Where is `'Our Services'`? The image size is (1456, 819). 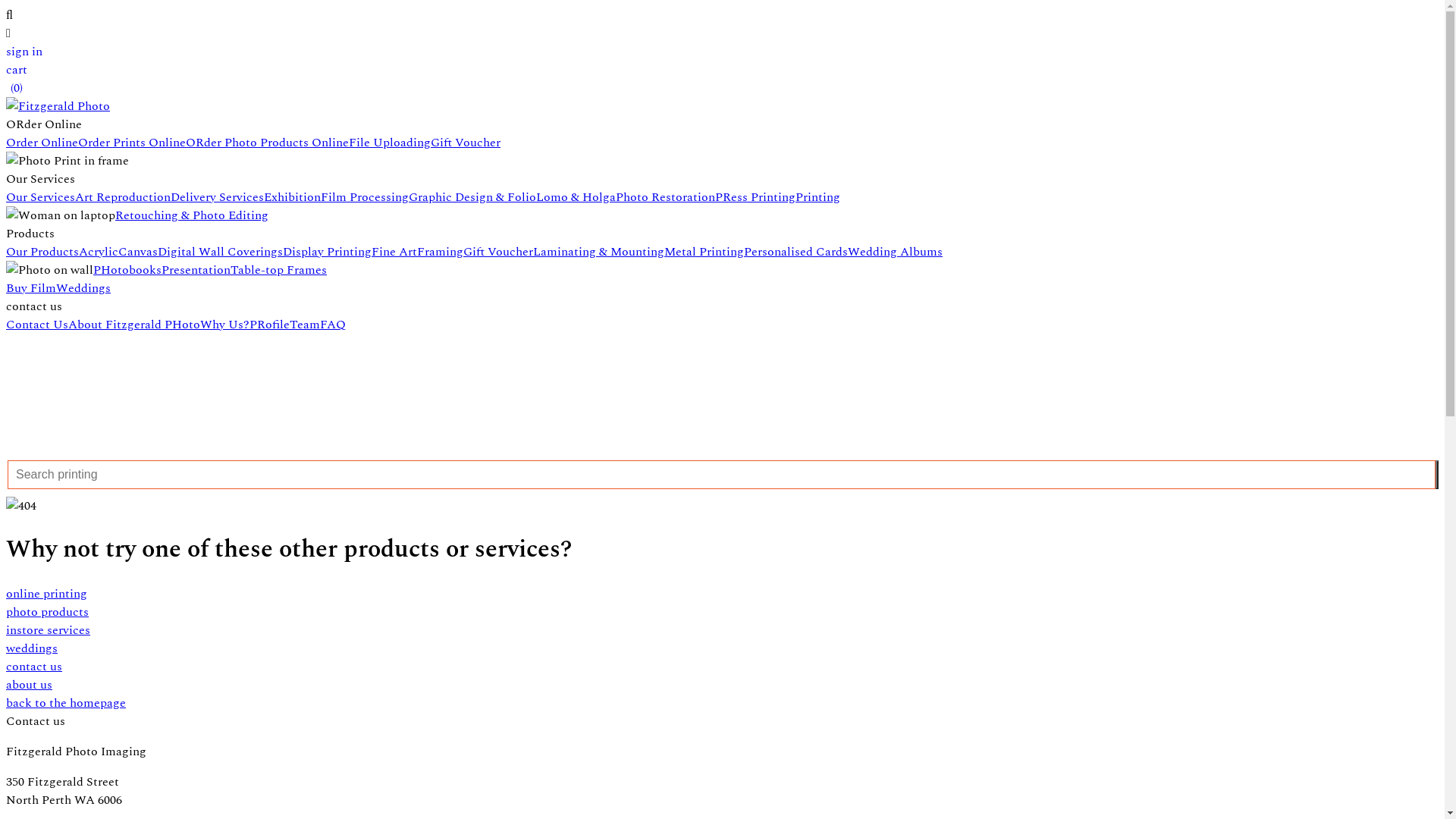 'Our Services' is located at coordinates (40, 196).